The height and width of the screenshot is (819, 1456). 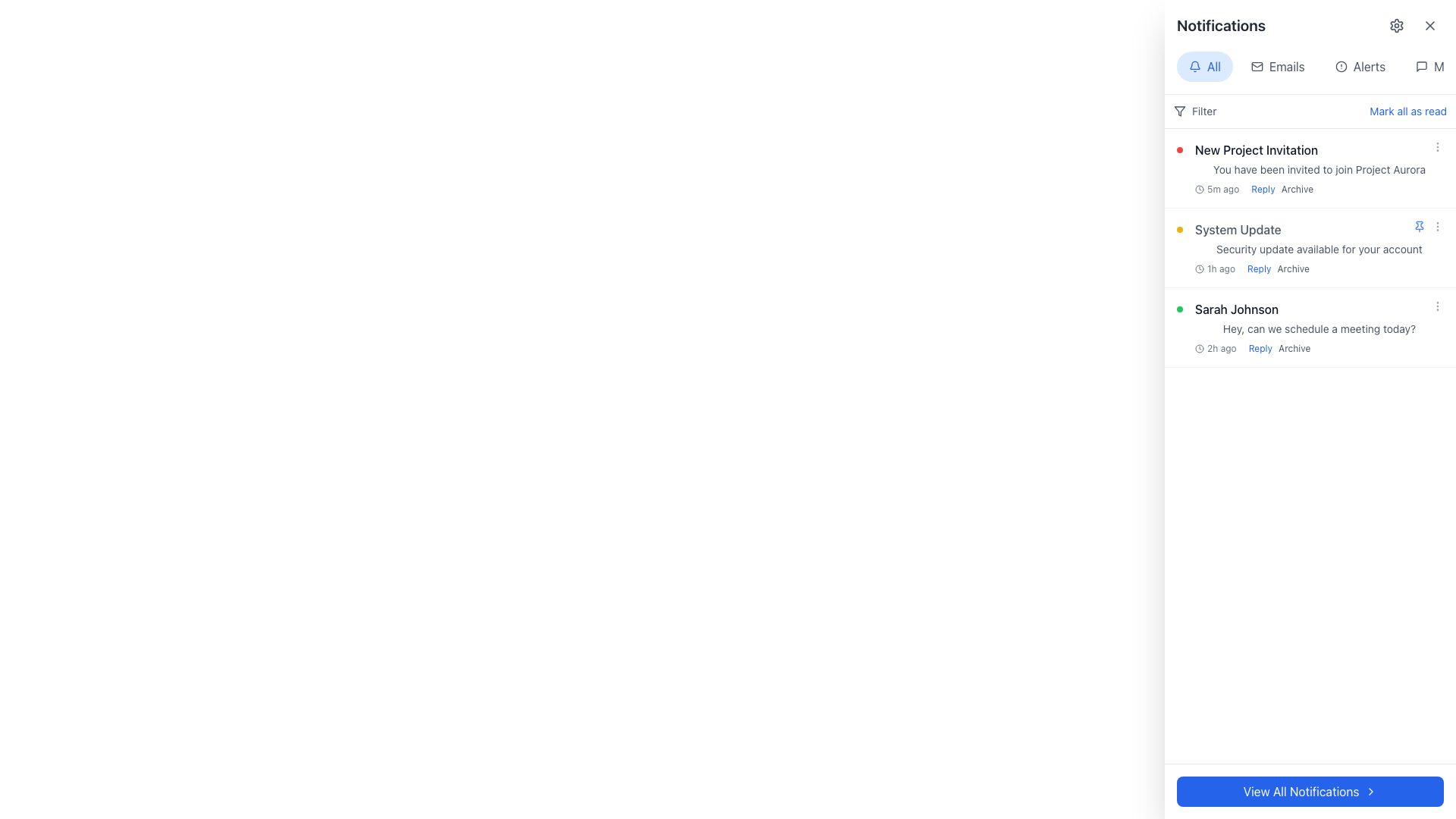 What do you see at coordinates (1199, 189) in the screenshot?
I see `the timestamp icon located to the left of the '5m ago' text in the 'New Project Invitation' notification in the right panel of the interface` at bounding box center [1199, 189].